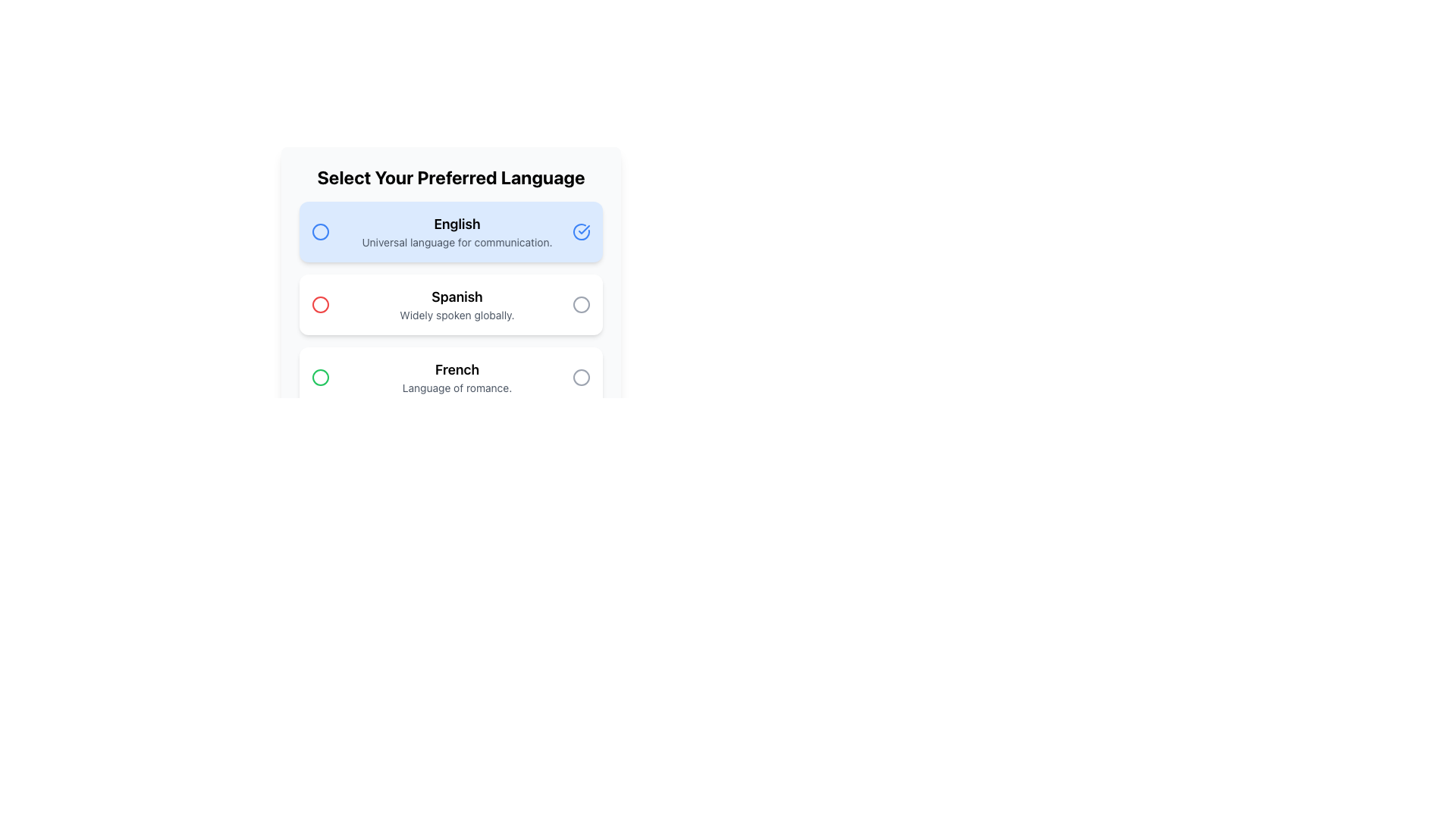  Describe the element at coordinates (450, 231) in the screenshot. I see `the selectable card representing the 'English' language preference, which is the first option in the list under the title 'Select Your Preferred Language.'` at that location.